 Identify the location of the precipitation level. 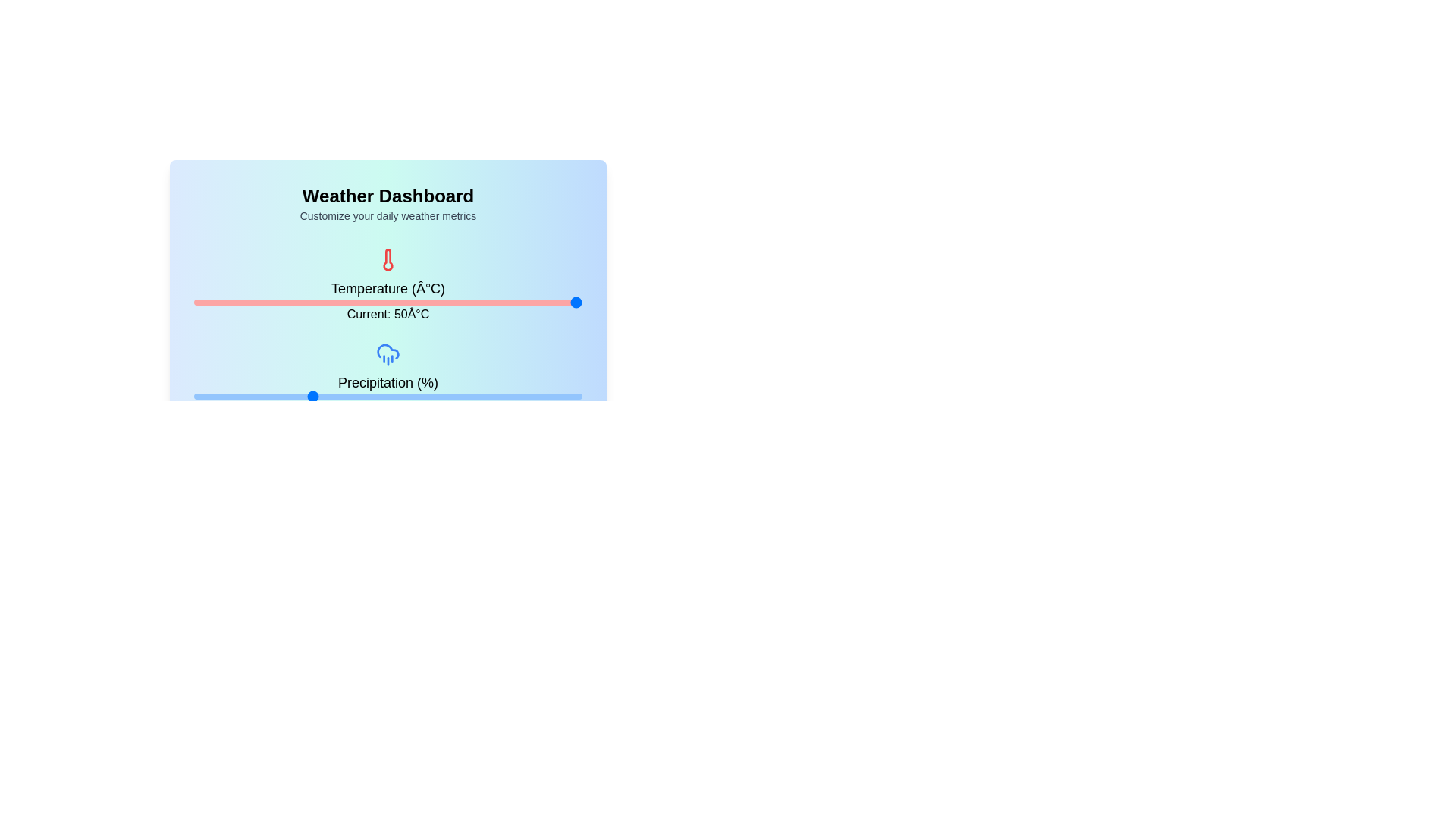
(453, 396).